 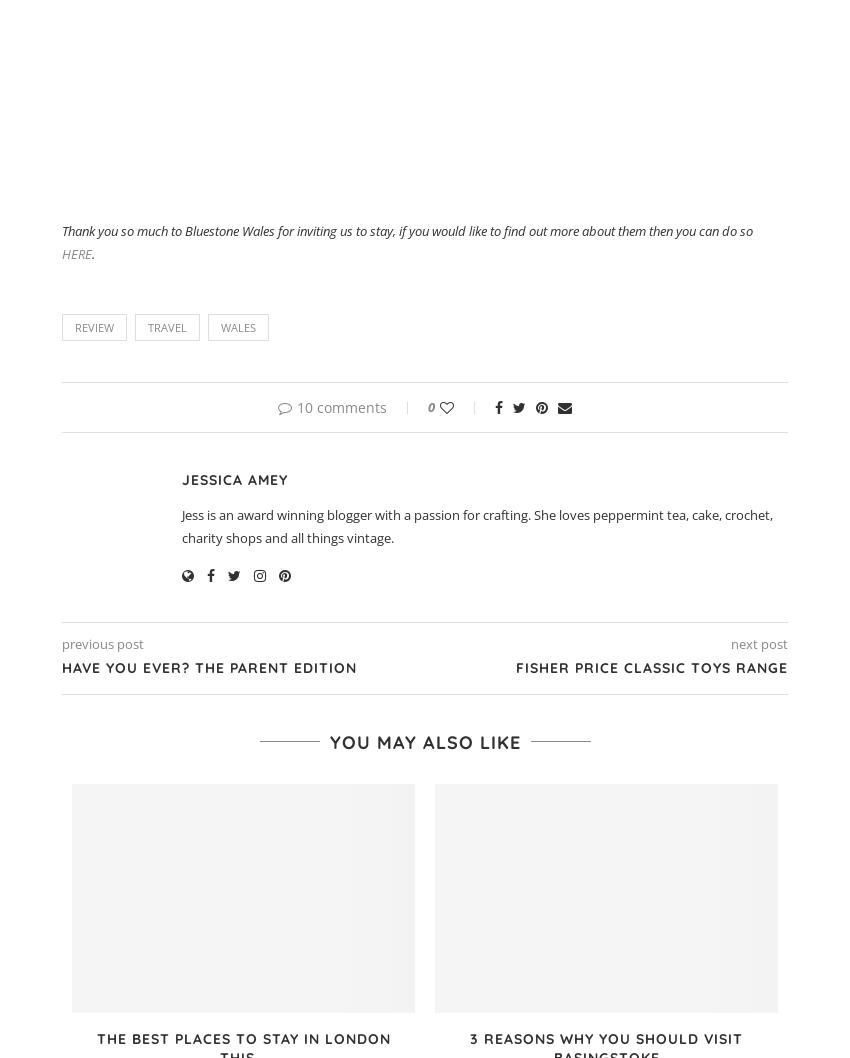 What do you see at coordinates (759, 643) in the screenshot?
I see `'next post'` at bounding box center [759, 643].